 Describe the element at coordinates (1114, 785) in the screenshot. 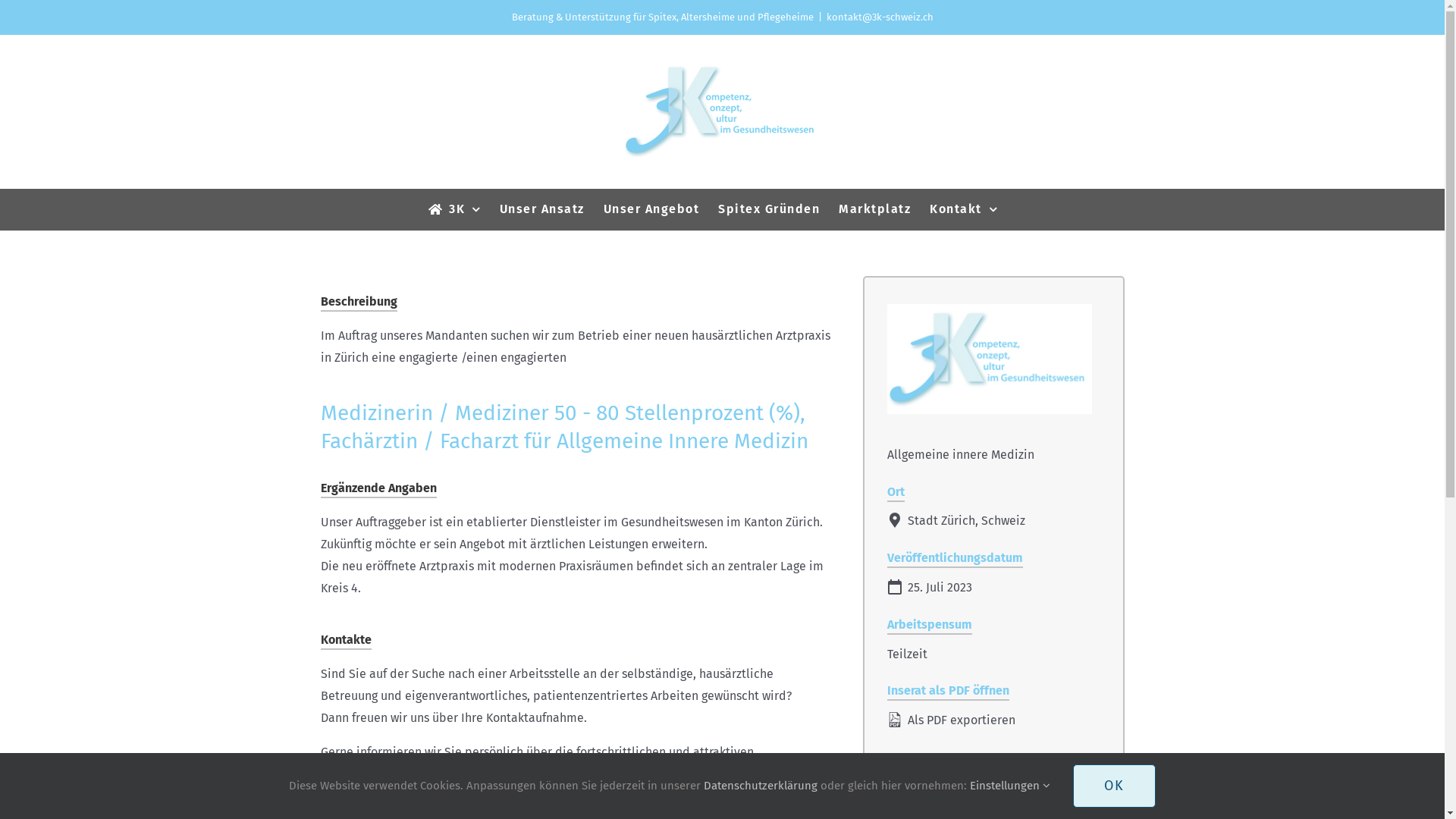

I see `'OK'` at that location.